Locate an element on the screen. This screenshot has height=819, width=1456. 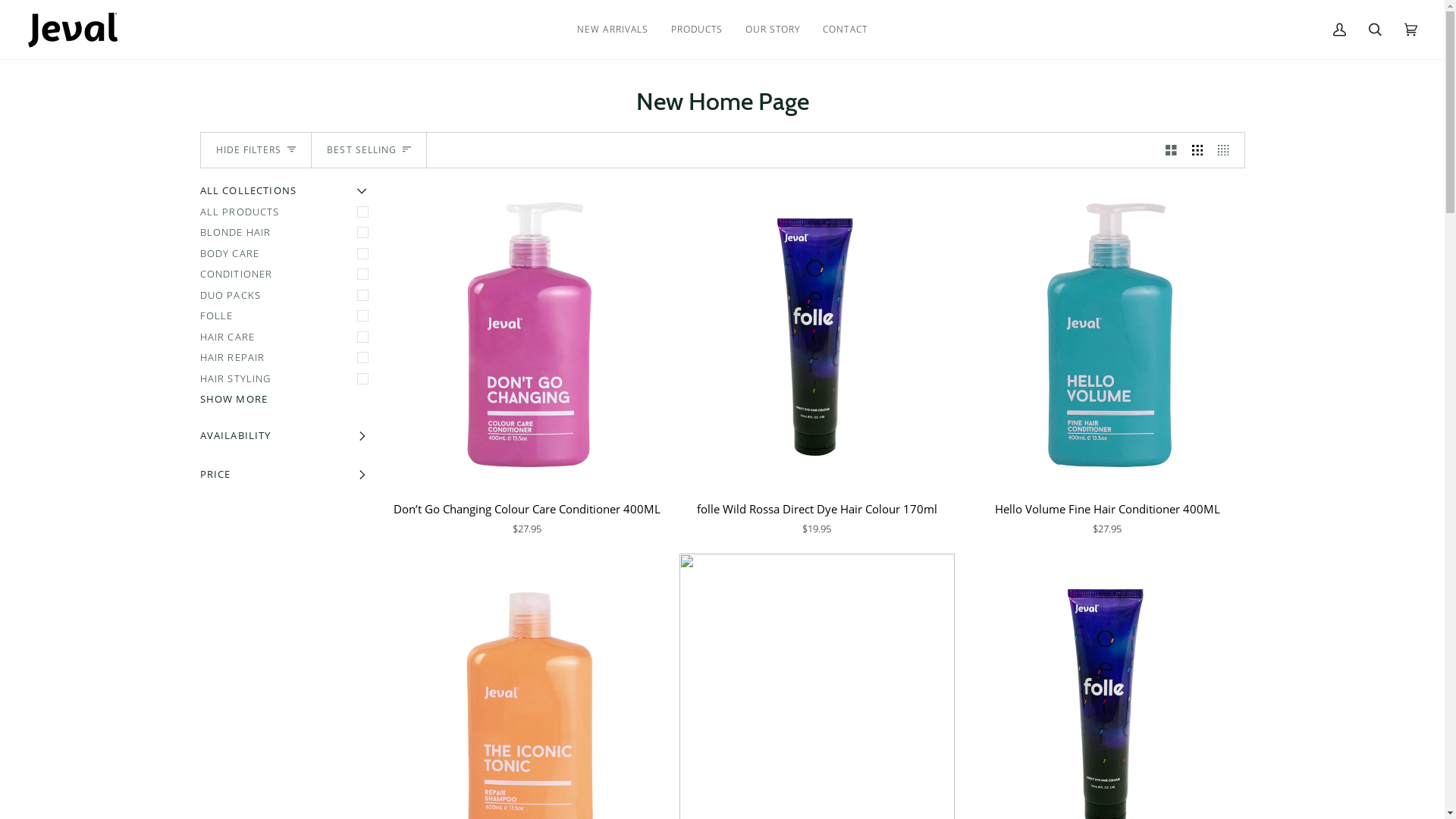
'ALL COLLECTIONS is located at coordinates (287, 192).